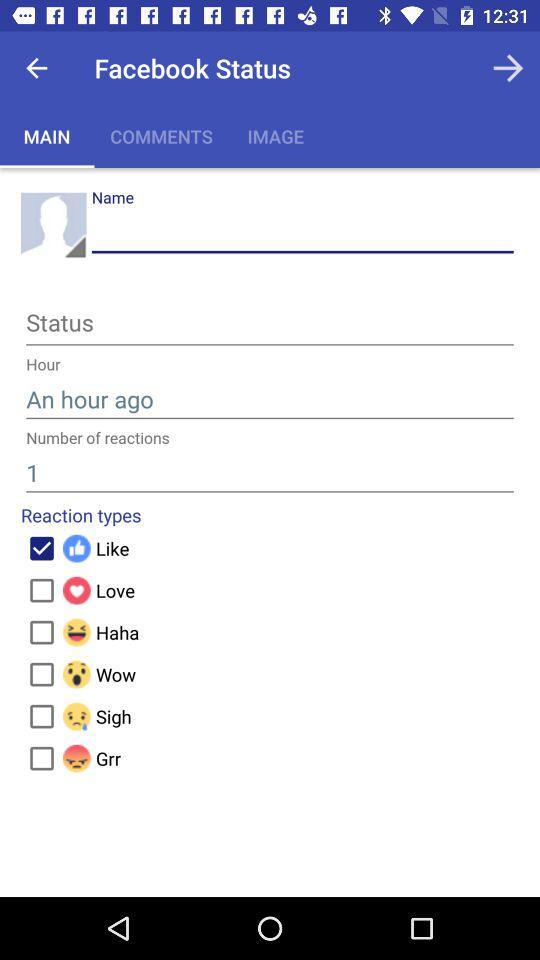 This screenshot has width=540, height=960. What do you see at coordinates (270, 326) in the screenshot?
I see `type status` at bounding box center [270, 326].